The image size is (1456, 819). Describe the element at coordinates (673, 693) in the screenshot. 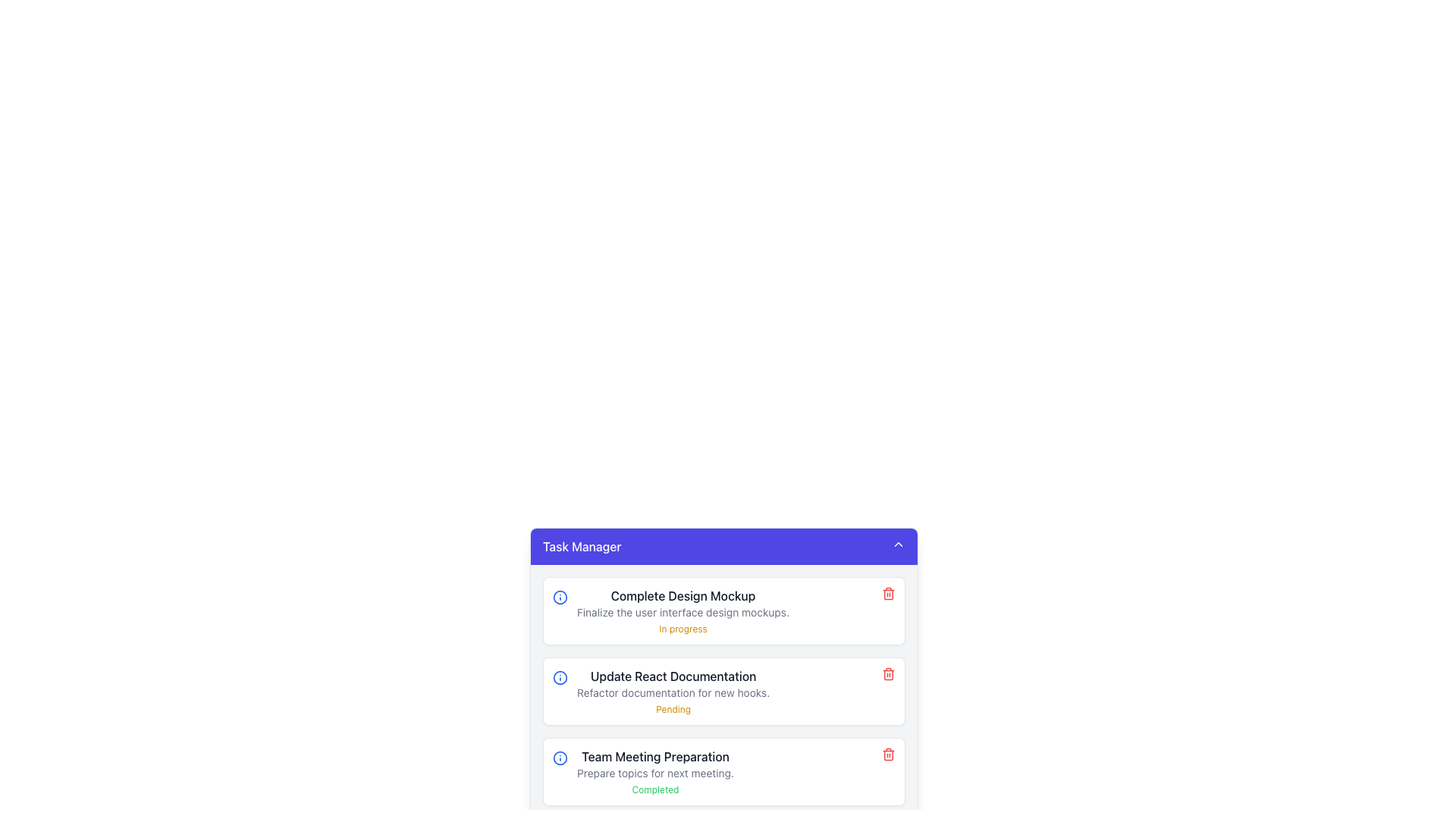

I see `text display that provides additional details about the task titled 'Update React Documentation', located in the second task block of the Task Manager interface` at that location.